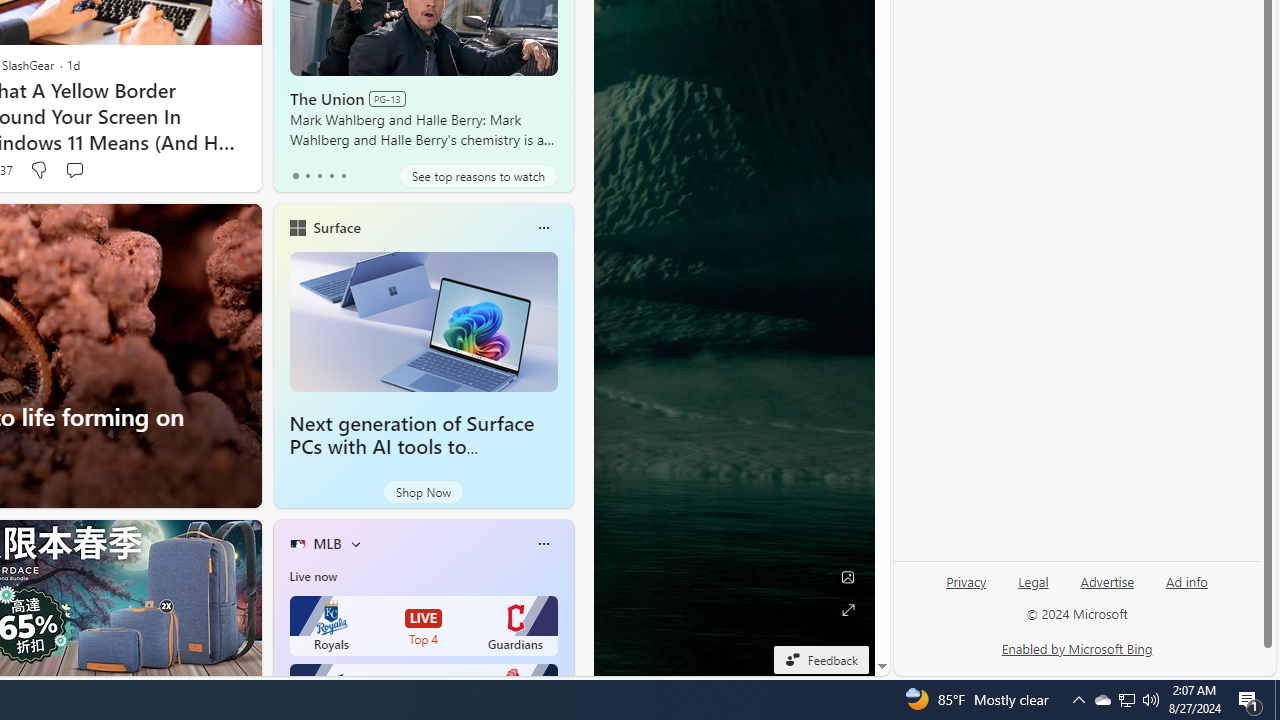  Describe the element at coordinates (848, 609) in the screenshot. I see `'Expand background'` at that location.